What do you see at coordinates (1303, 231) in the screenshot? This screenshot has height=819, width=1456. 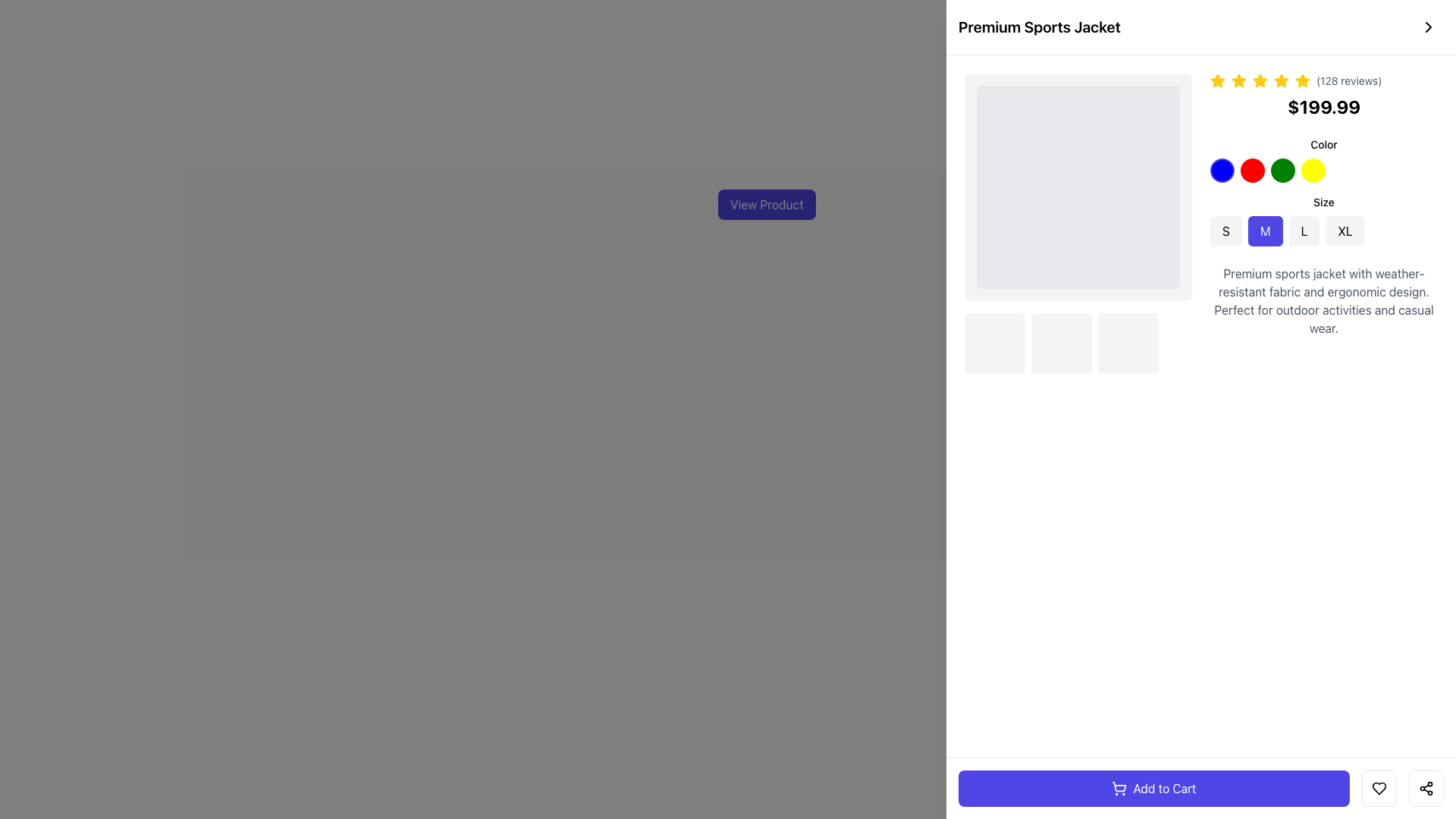 I see `the 'L' size selection button located between the 'M' and 'XL' buttons in the right panel` at bounding box center [1303, 231].